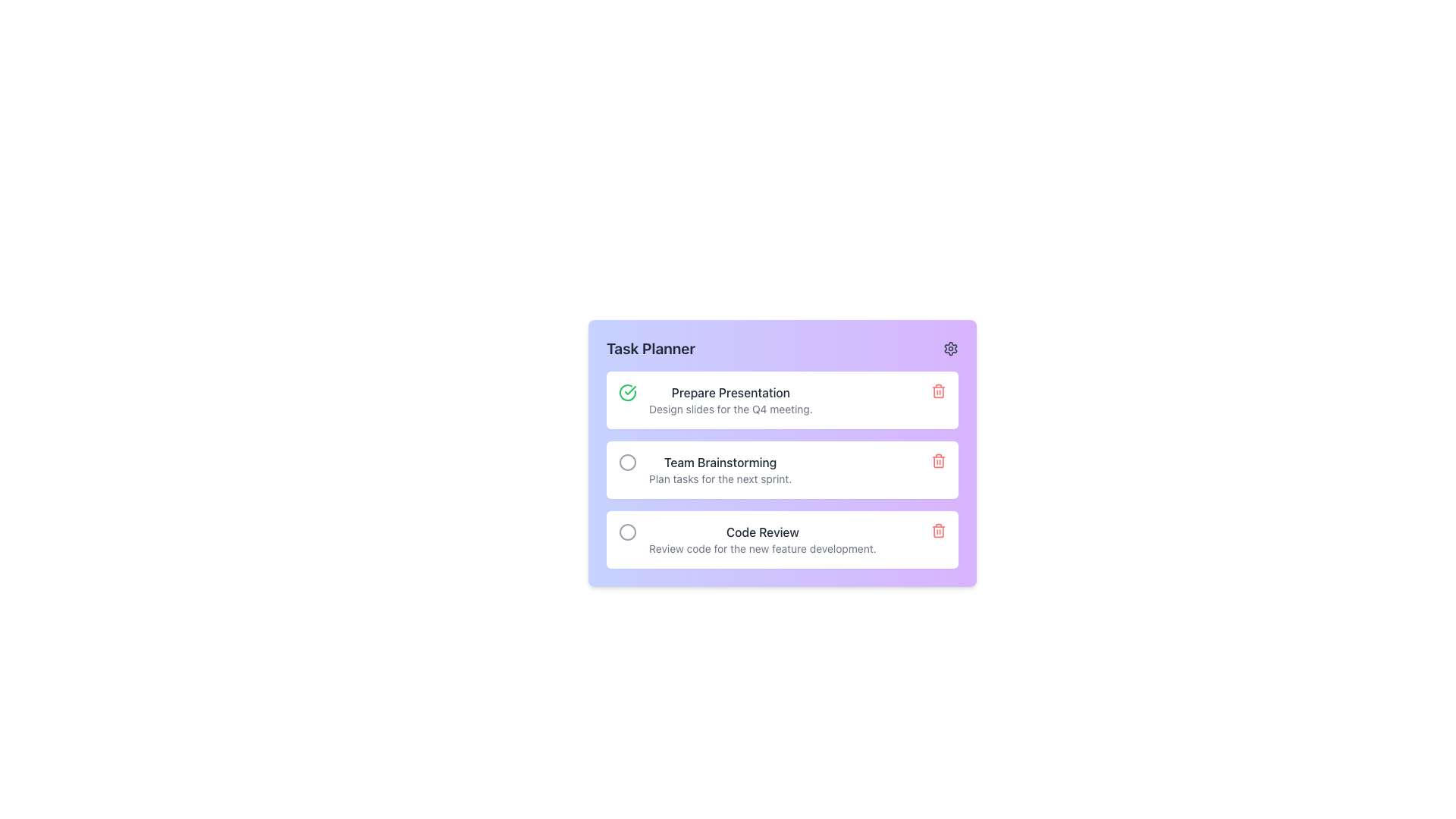  I want to click on the 'Code Review' task display item, which features a bold black title and grey subtitle, positioned within the 'Task Planner' card, so click(762, 539).